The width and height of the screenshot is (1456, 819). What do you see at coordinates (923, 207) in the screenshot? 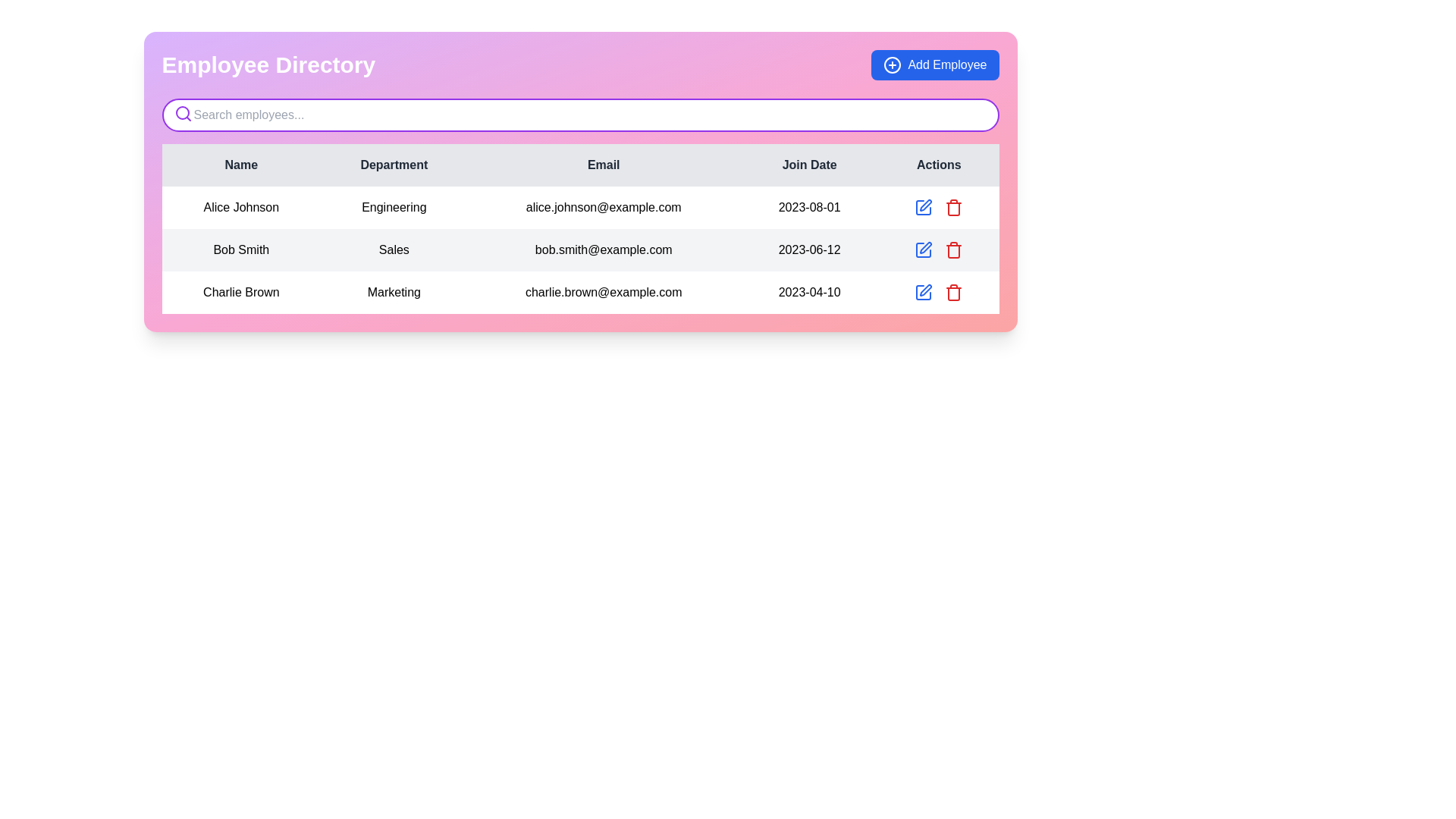
I see `the 'Edit' icon button for the entry of 'Alice Johnson' in the 'Engineering' department located in the first row of the 'Actions' column of the table` at bounding box center [923, 207].